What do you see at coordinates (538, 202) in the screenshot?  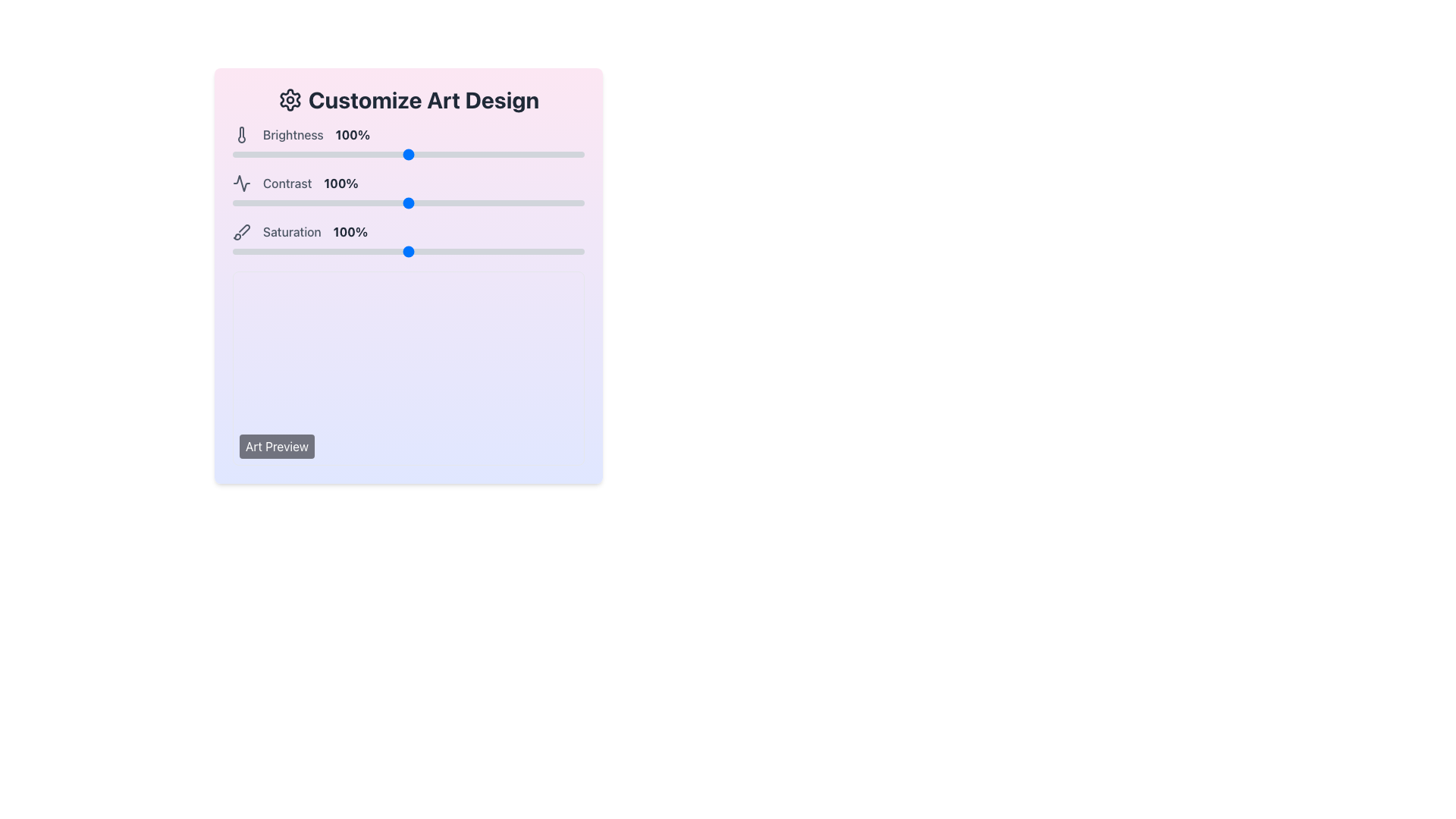 I see `the contrast level` at bounding box center [538, 202].